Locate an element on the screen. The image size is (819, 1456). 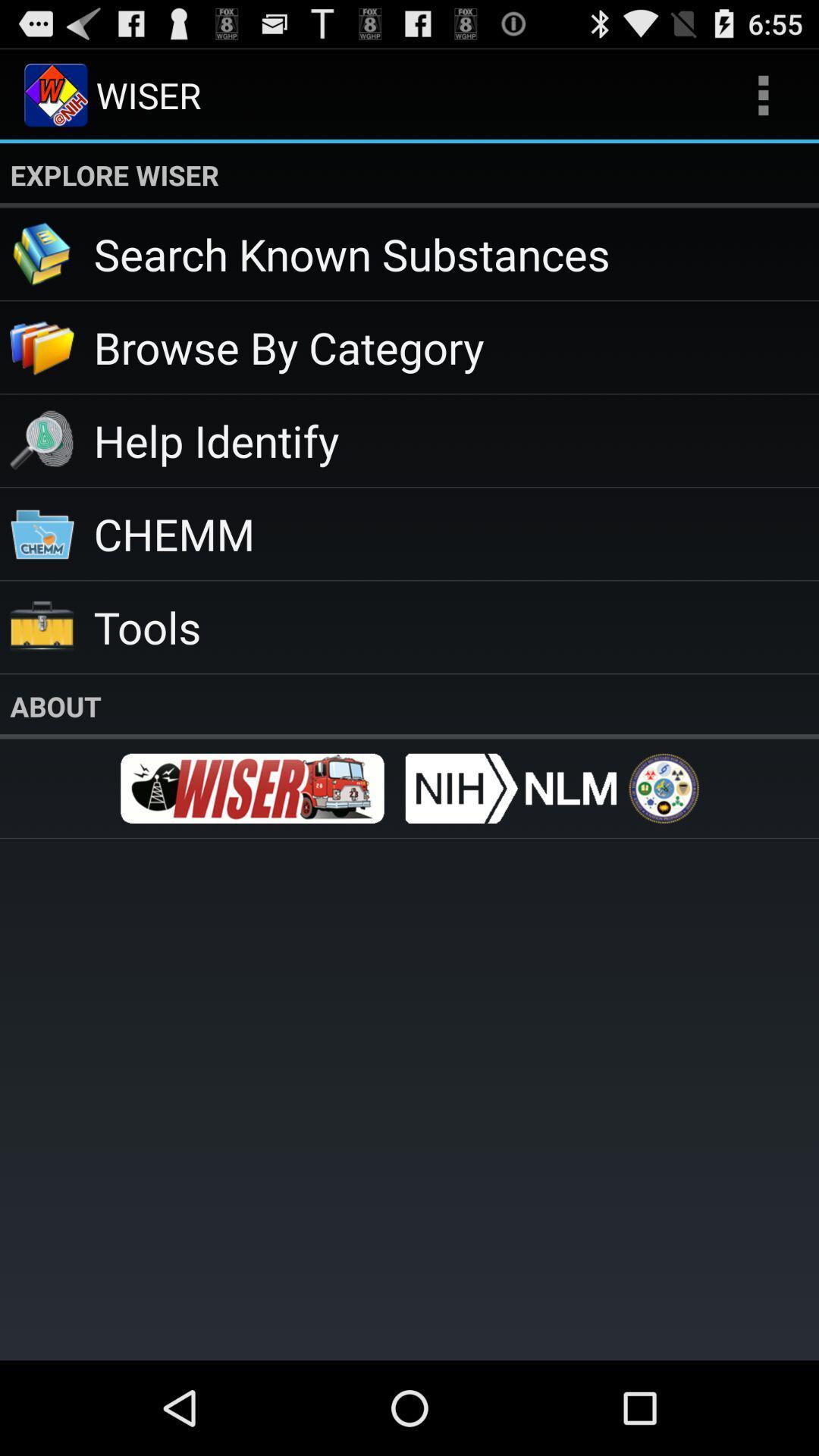
the item below the about item is located at coordinates (251, 788).